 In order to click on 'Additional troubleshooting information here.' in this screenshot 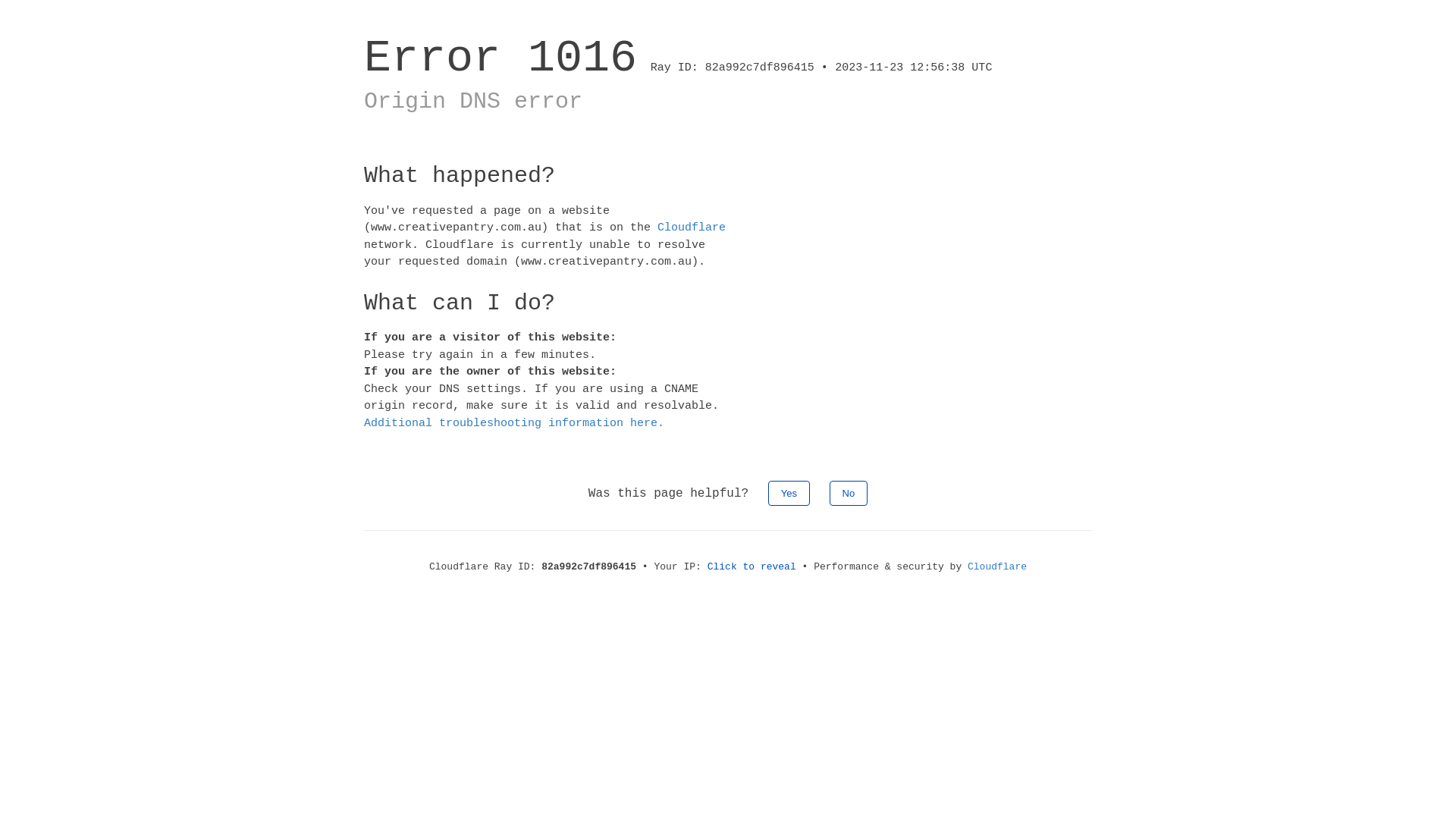, I will do `click(513, 423)`.